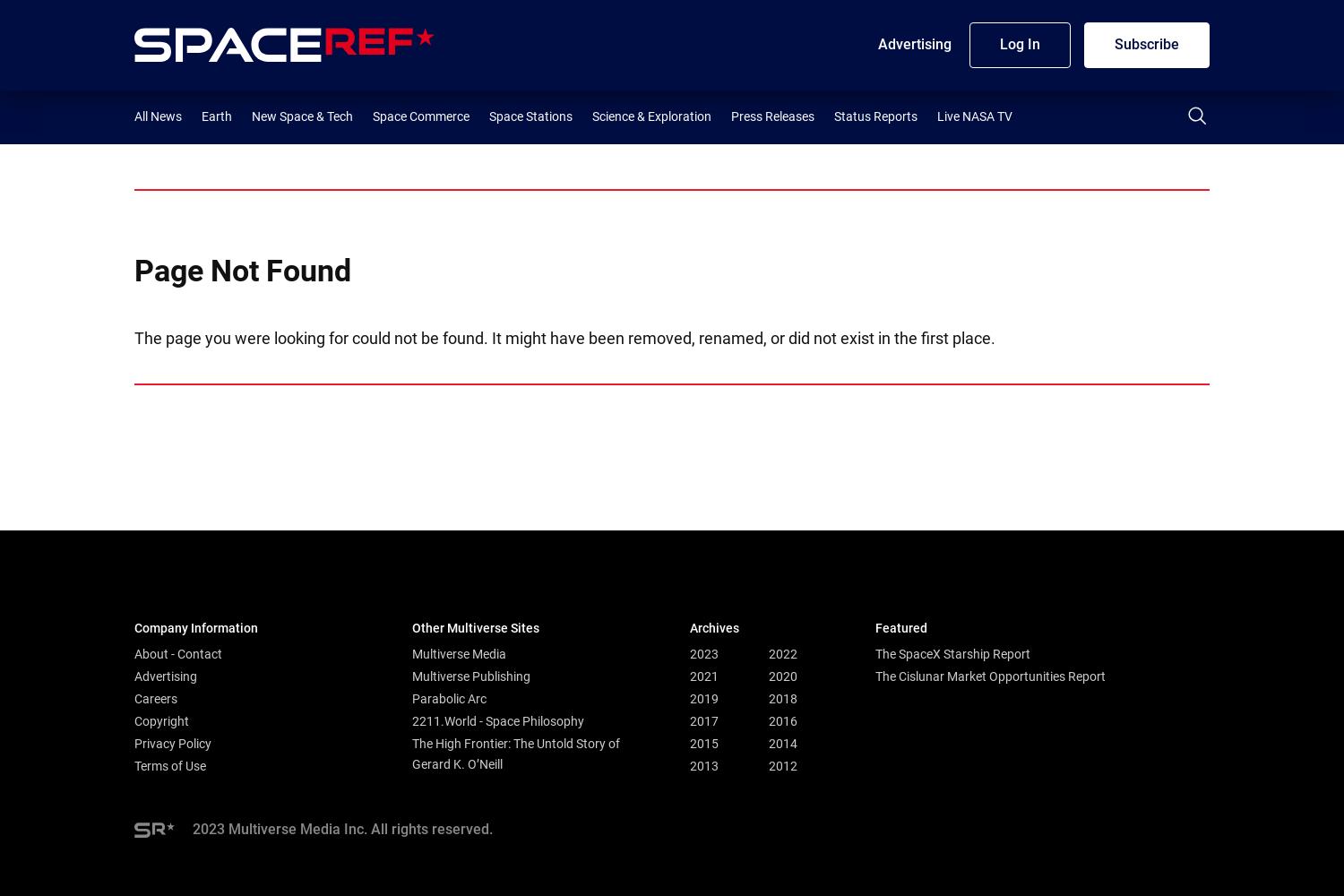 The width and height of the screenshot is (1344, 896). Describe the element at coordinates (177, 653) in the screenshot. I see `'About - Contact'` at that location.